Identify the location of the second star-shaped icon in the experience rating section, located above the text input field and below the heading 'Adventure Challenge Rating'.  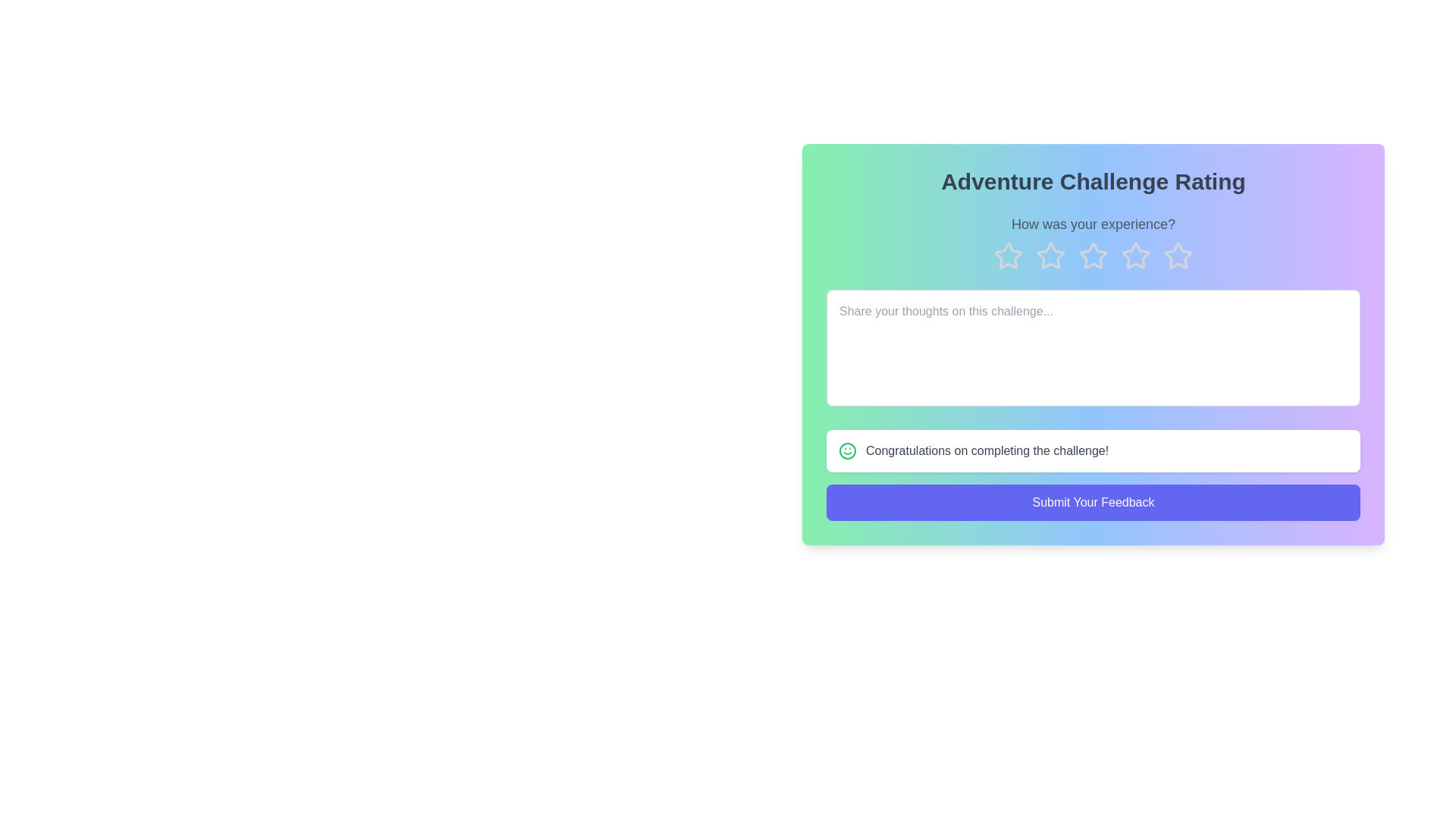
(1050, 255).